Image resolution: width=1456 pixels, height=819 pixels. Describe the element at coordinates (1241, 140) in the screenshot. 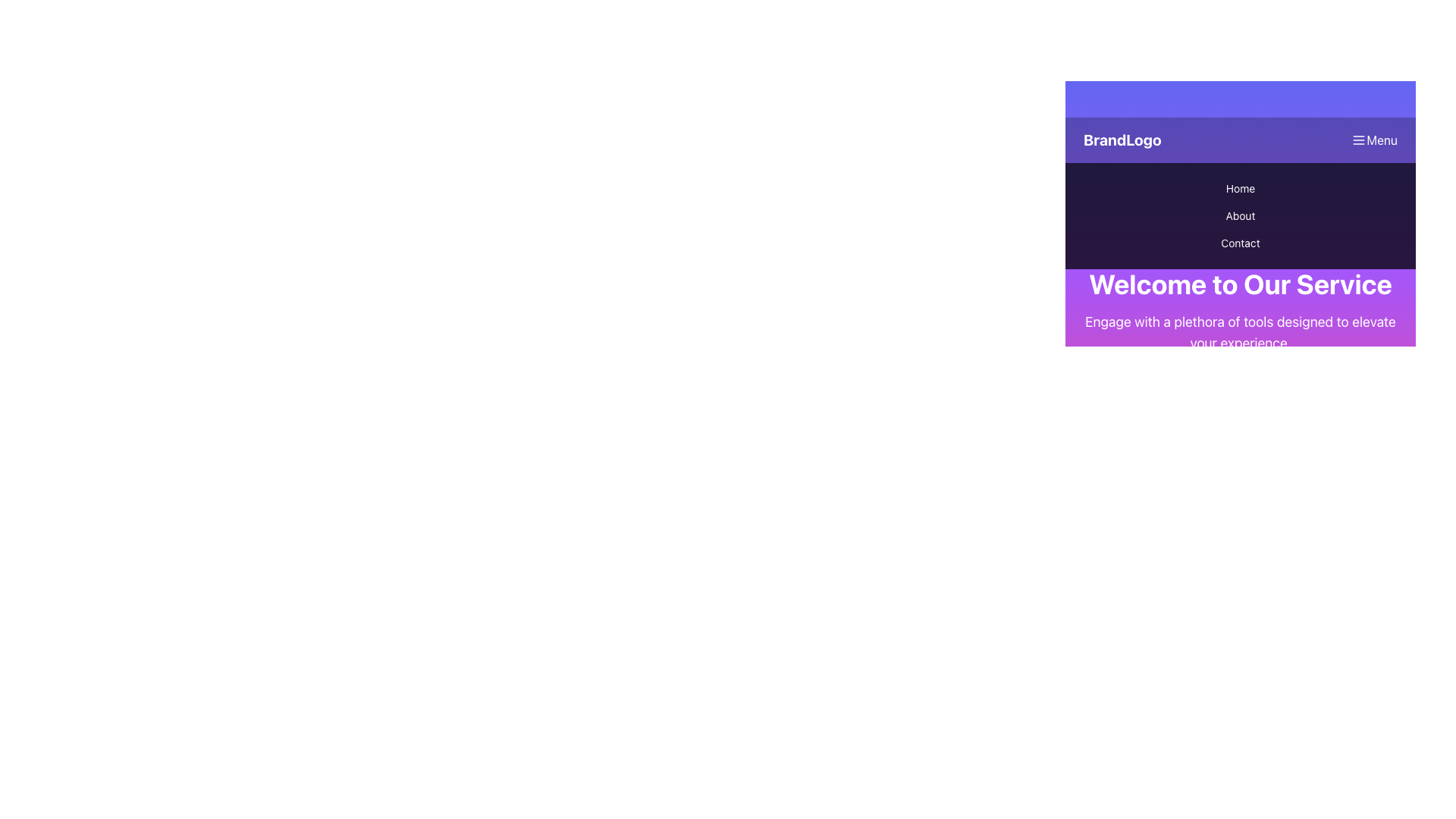

I see `the Navigation bar, which has a black translucent background, displaying 'BrandLogo' on the left and 'Menu' on the right` at that location.